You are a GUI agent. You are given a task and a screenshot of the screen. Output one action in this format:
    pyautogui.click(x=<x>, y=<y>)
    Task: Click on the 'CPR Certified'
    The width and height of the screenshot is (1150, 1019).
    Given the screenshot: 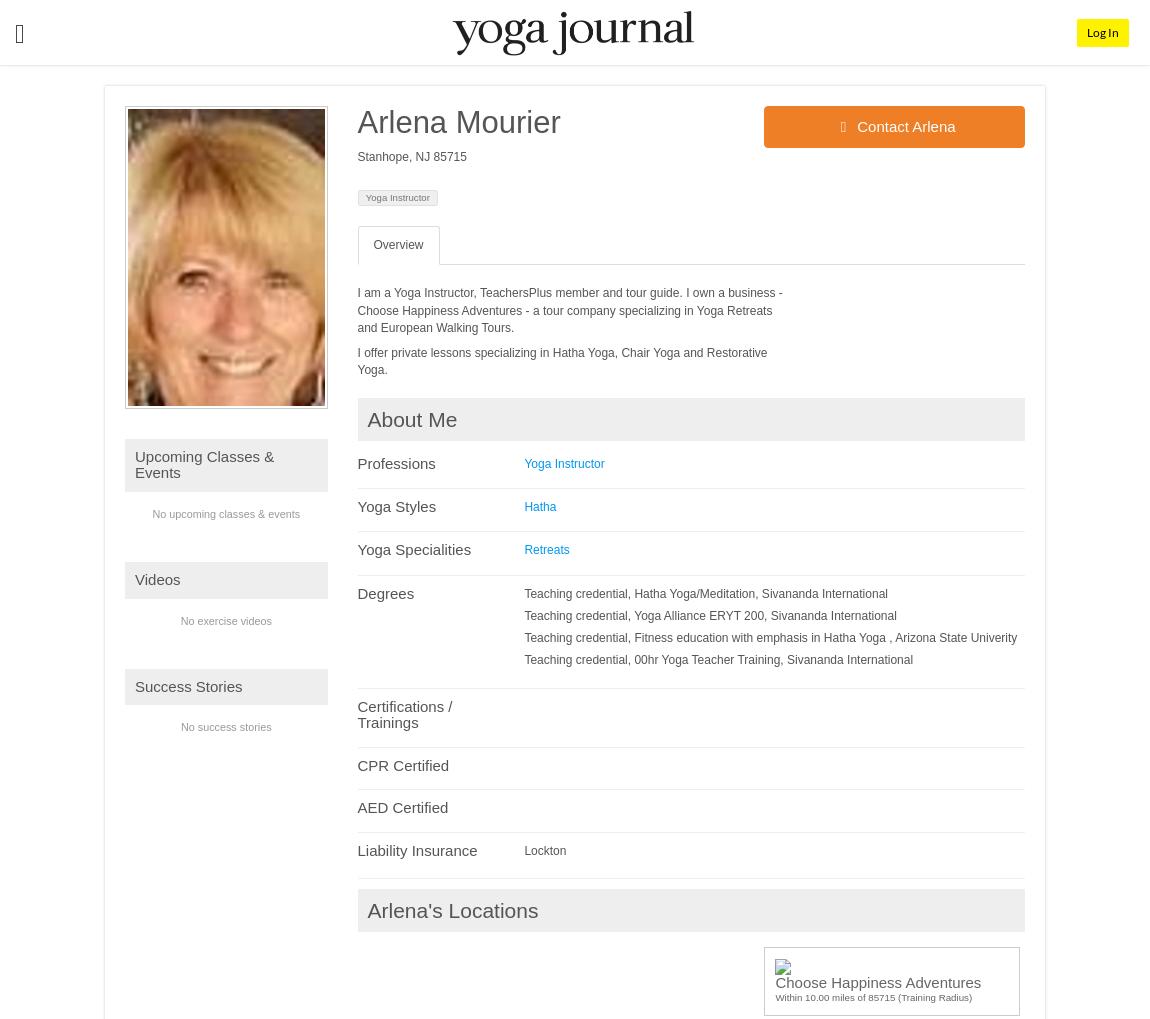 What is the action you would take?
    pyautogui.click(x=402, y=763)
    